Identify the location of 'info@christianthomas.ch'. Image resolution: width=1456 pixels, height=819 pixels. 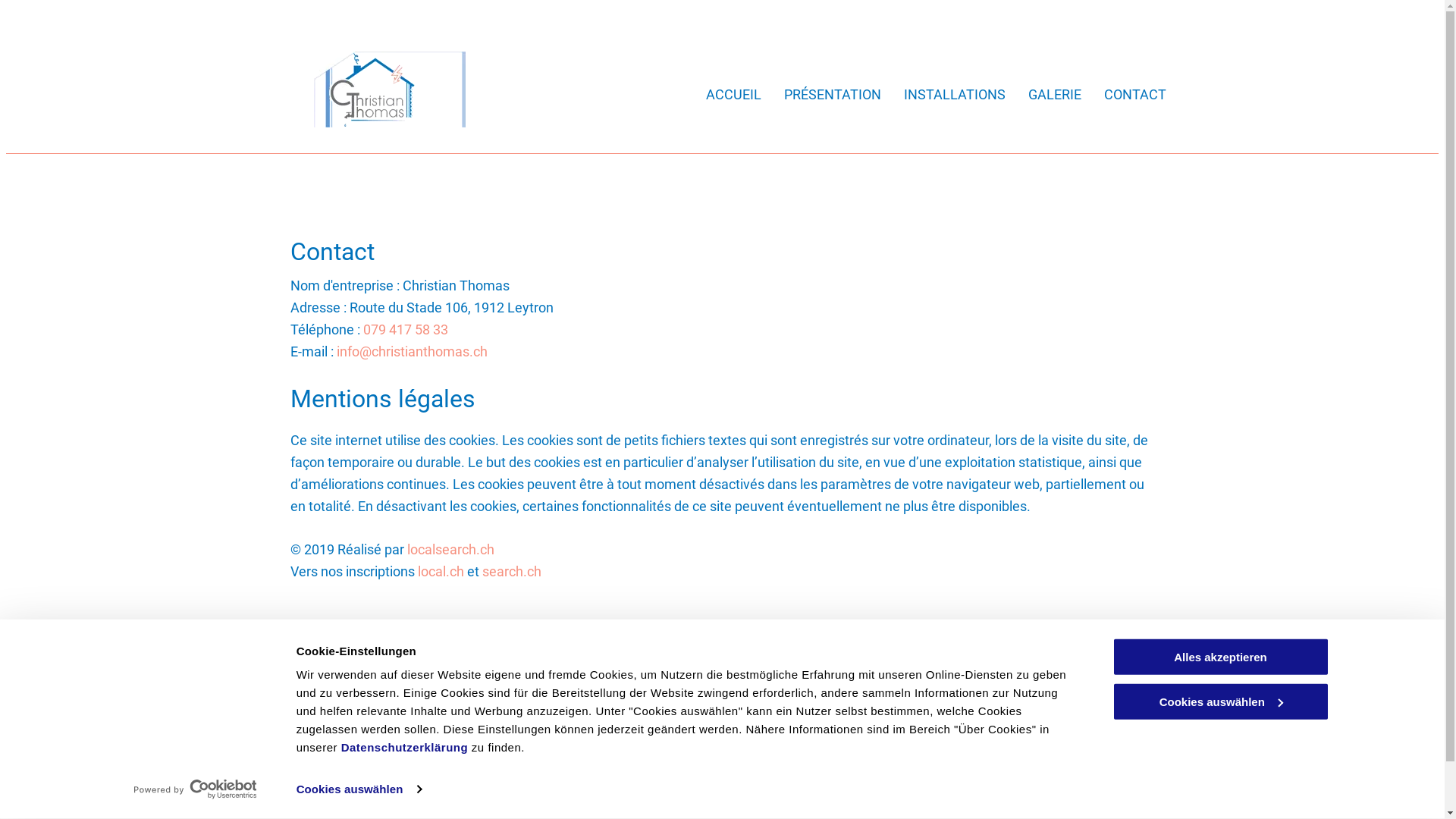
(412, 351).